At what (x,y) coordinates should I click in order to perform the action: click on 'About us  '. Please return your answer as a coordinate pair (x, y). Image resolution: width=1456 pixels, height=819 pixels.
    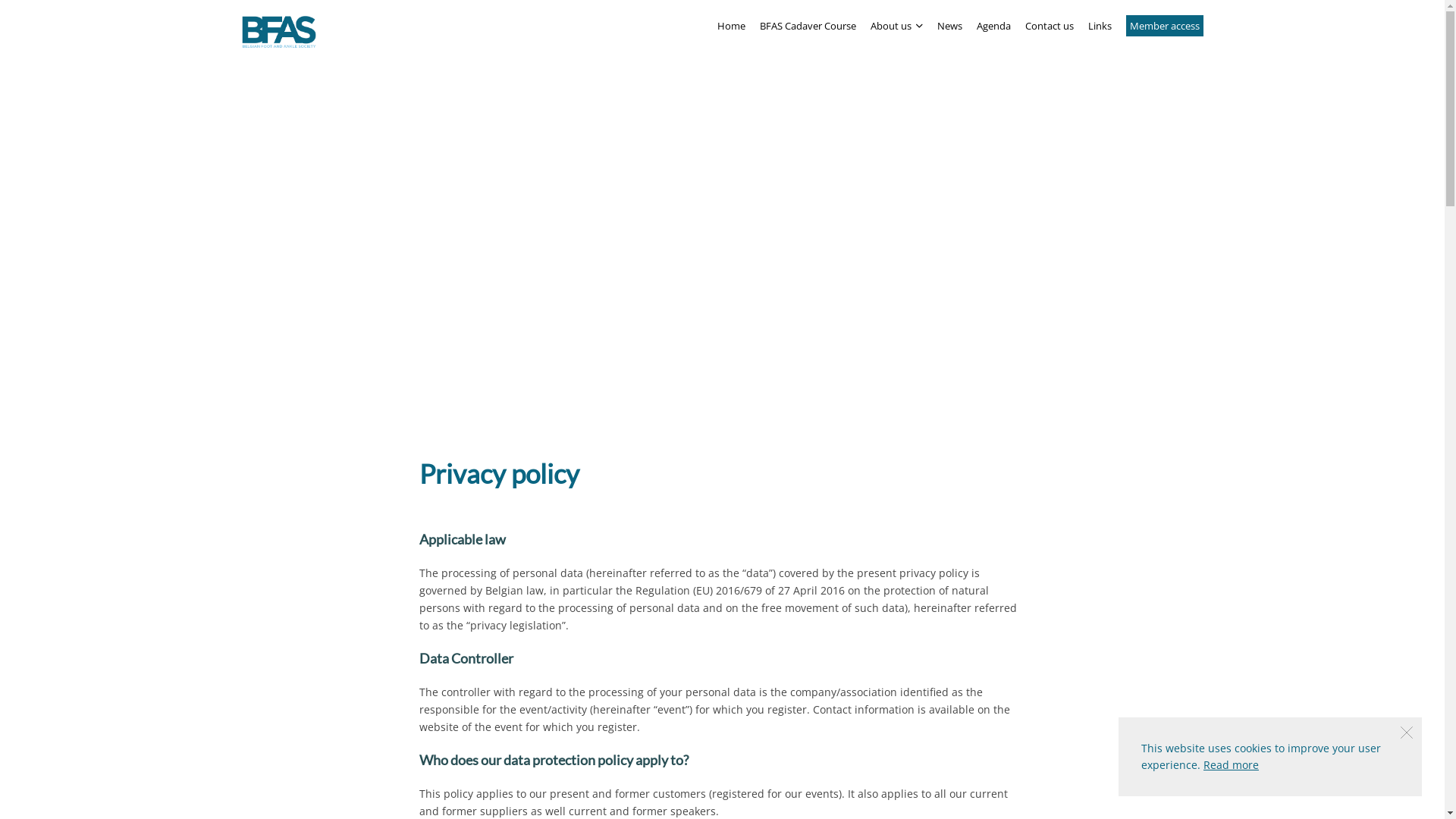
    Looking at the image, I should click on (896, 26).